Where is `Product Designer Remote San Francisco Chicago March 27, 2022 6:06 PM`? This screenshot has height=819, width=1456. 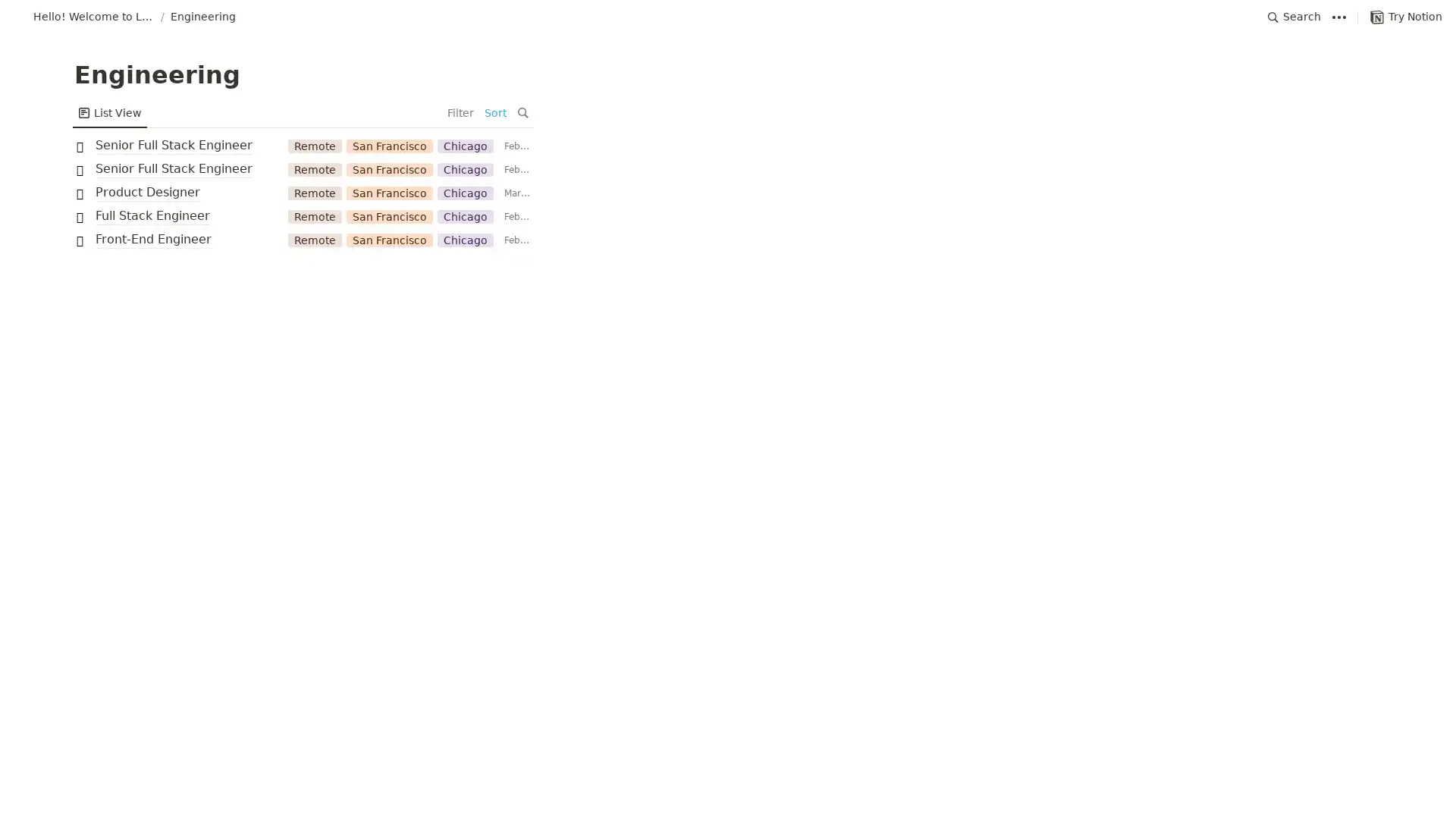 Product Designer Remote San Francisco Chicago March 27, 2022 6:06 PM is located at coordinates (728, 192).